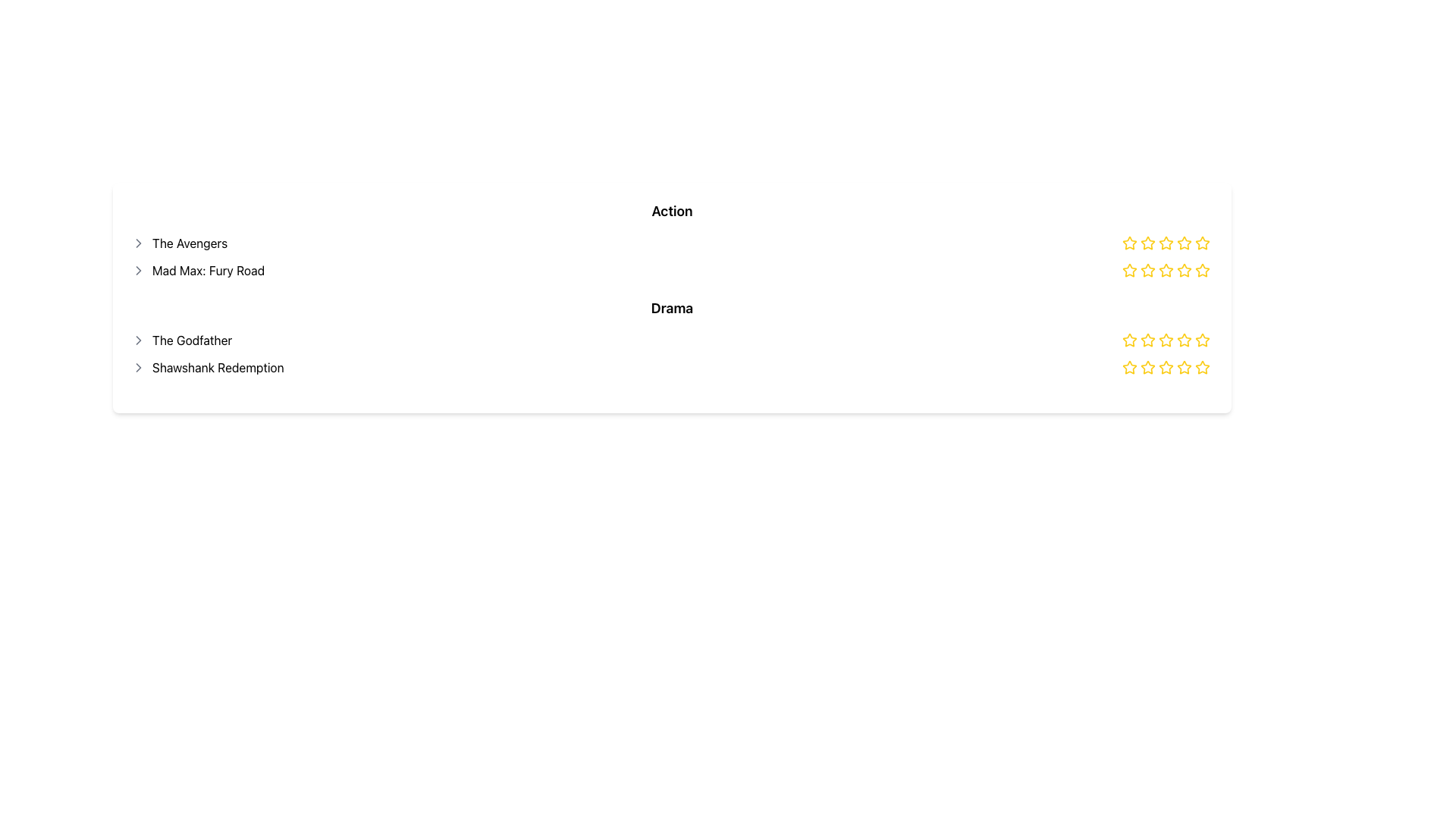  What do you see at coordinates (1129, 242) in the screenshot?
I see `the first yellow star icon in the rating mechanism` at bounding box center [1129, 242].